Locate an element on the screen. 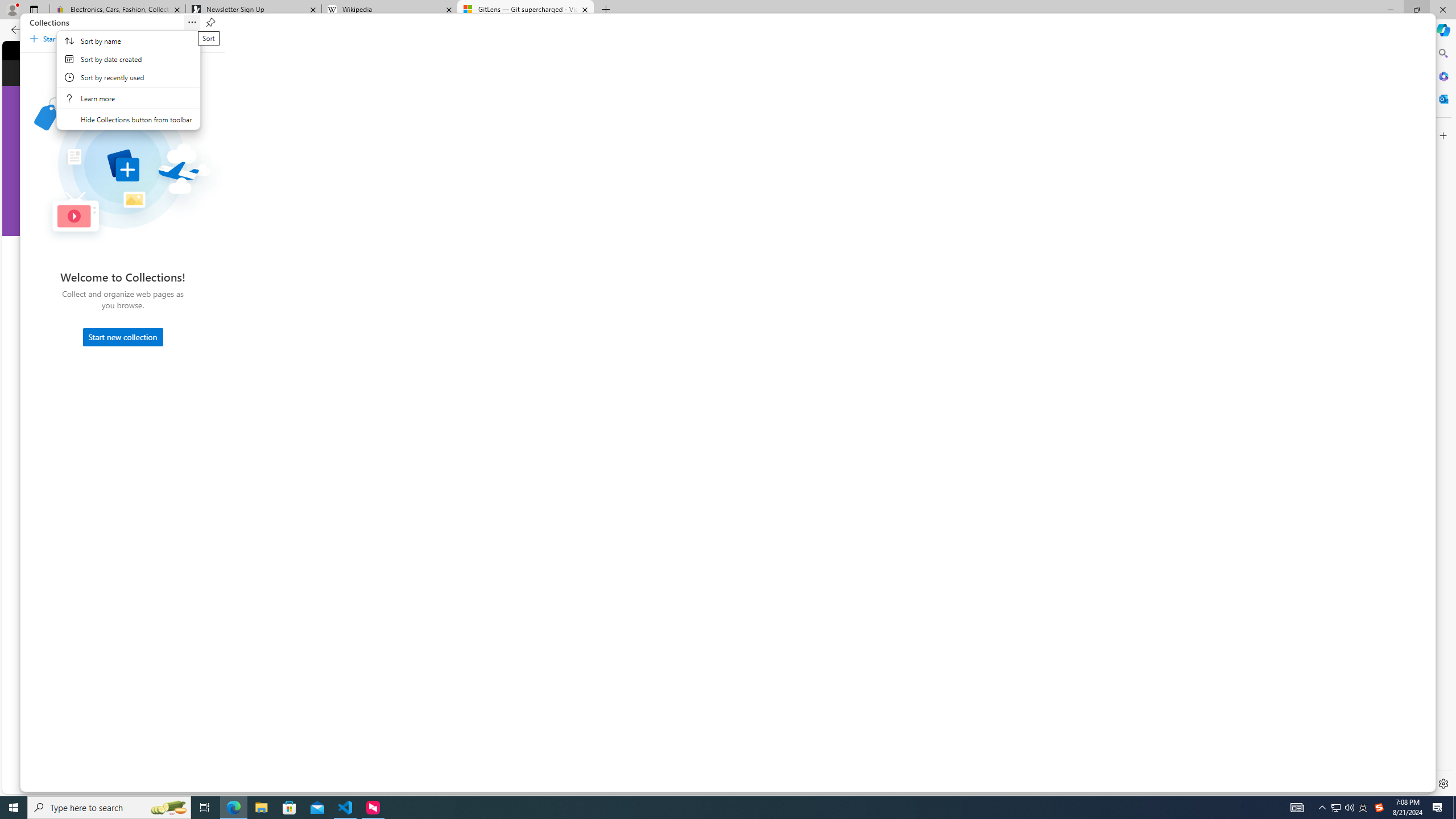 Image resolution: width=1456 pixels, height=819 pixels. 'Sort' is located at coordinates (192, 22).